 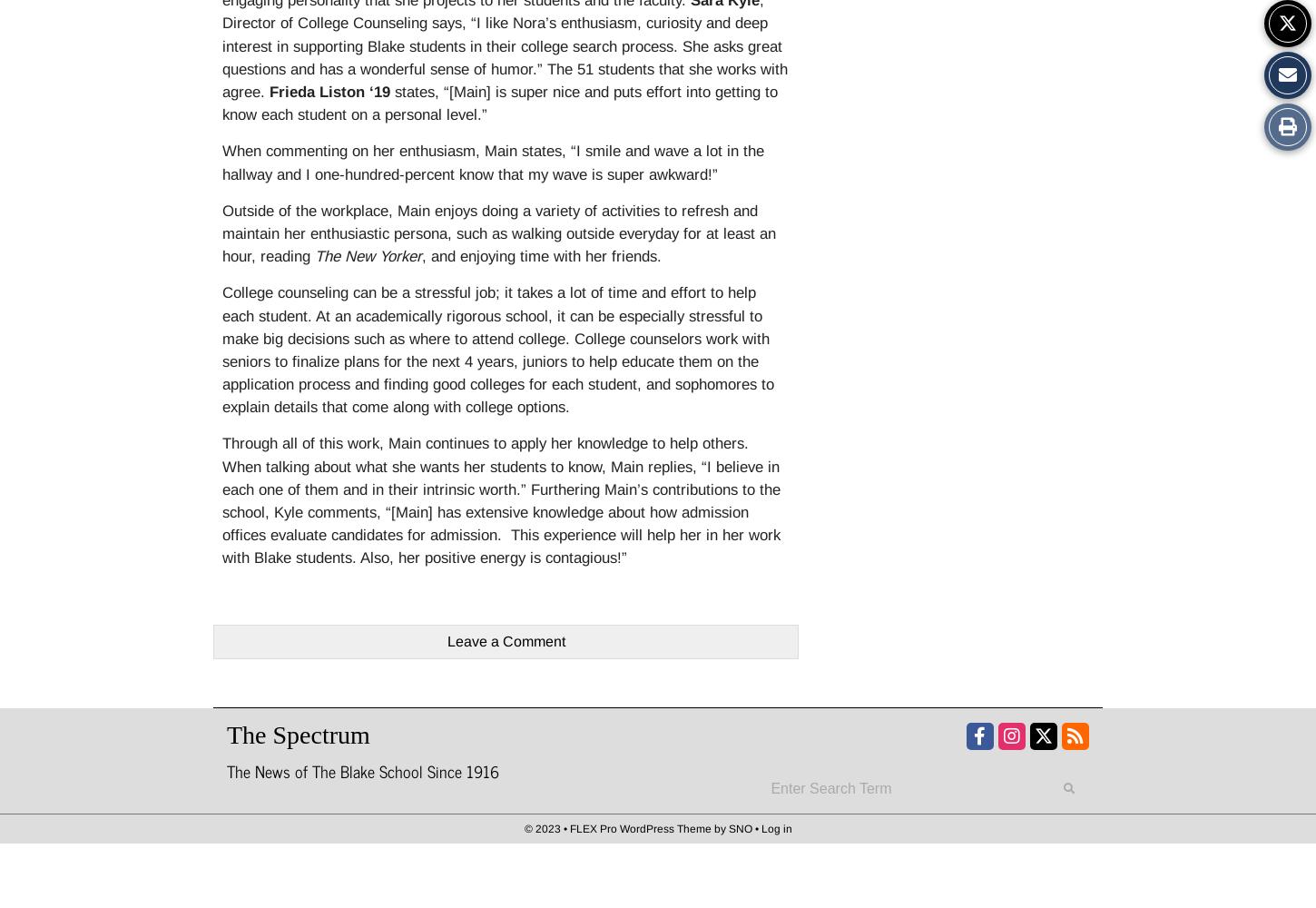 What do you see at coordinates (539, 67) in the screenshot?
I see `'.”'` at bounding box center [539, 67].